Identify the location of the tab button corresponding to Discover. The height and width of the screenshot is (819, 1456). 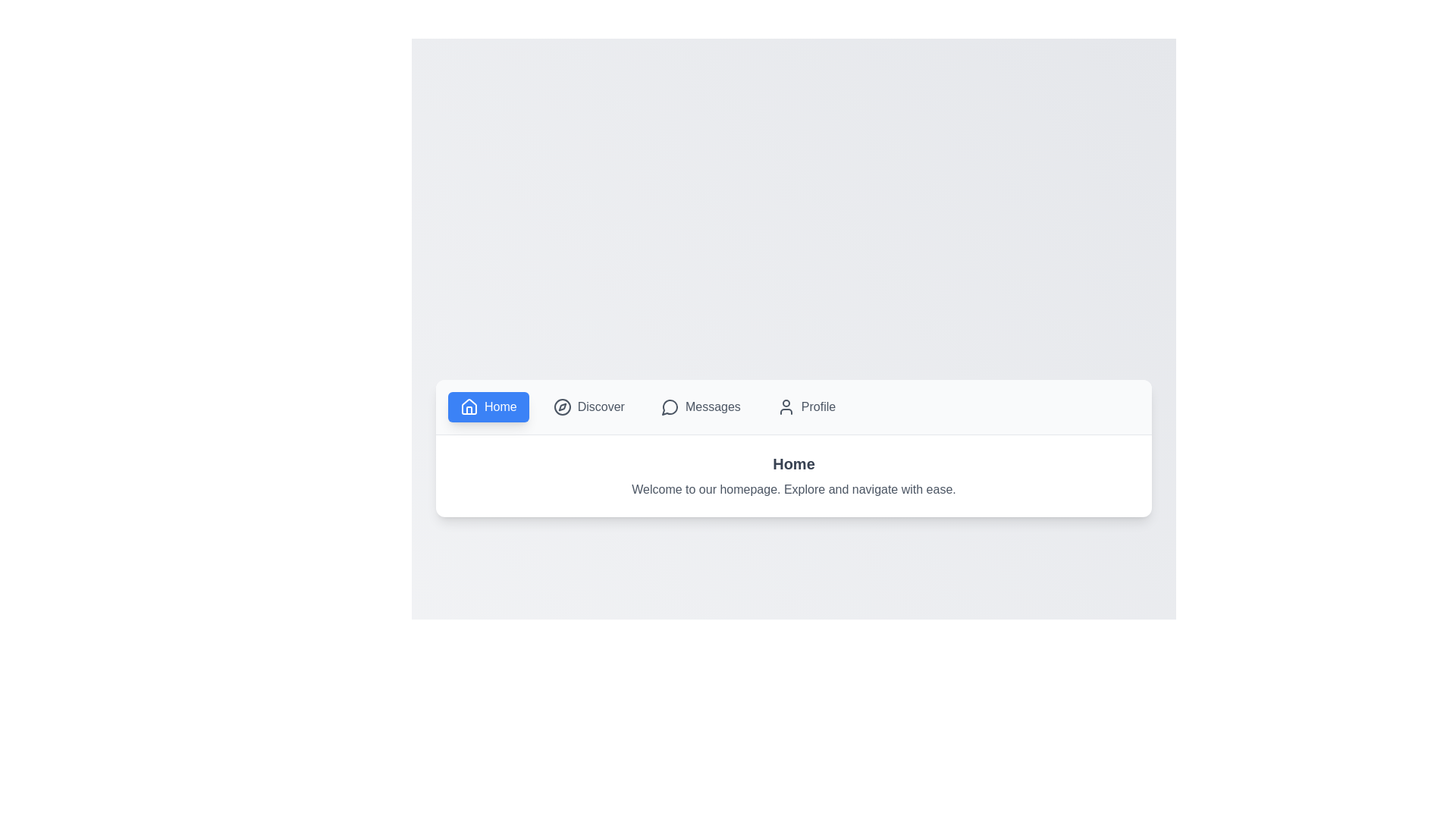
(588, 406).